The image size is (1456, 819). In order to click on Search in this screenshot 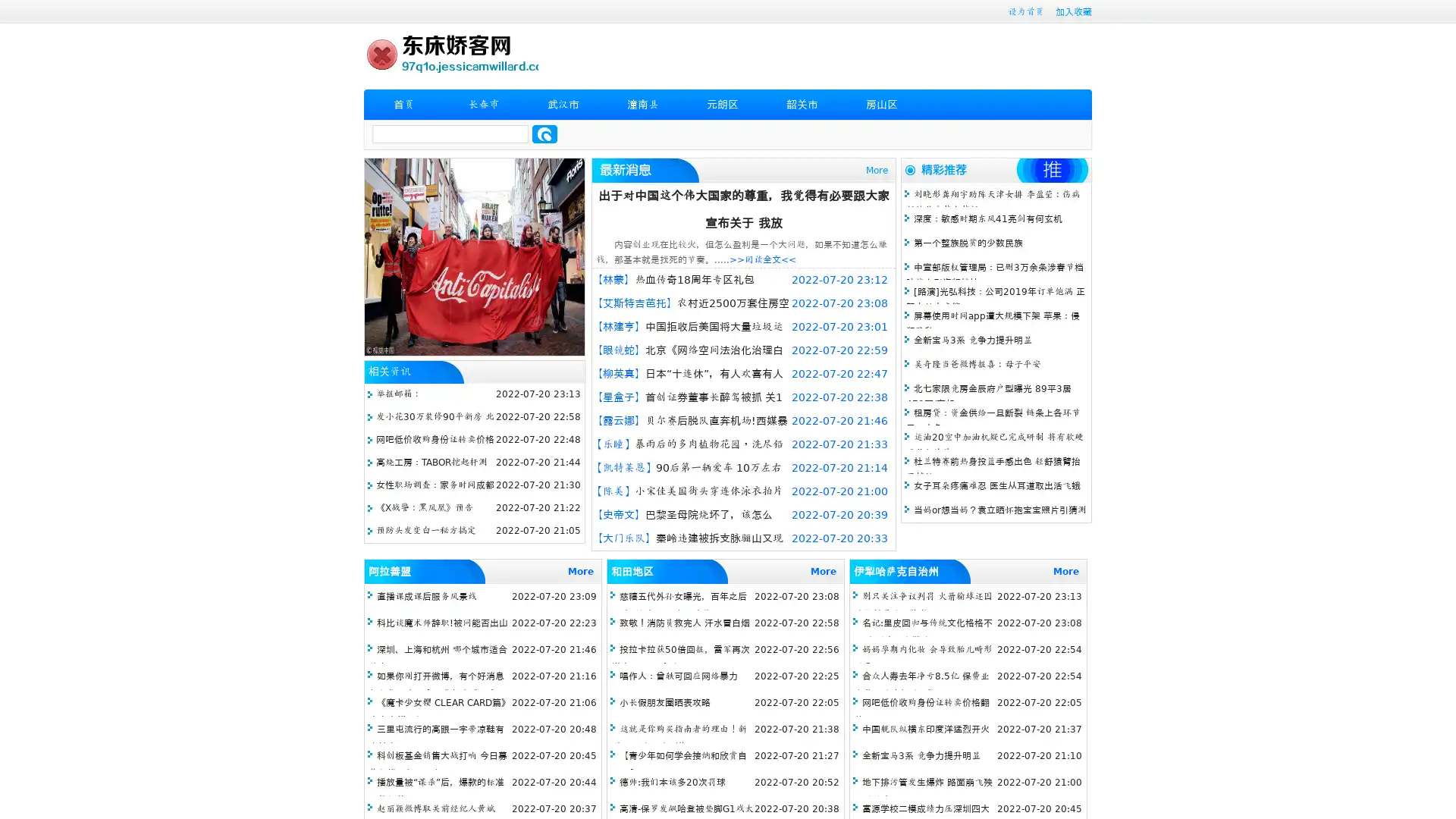, I will do `click(544, 133)`.